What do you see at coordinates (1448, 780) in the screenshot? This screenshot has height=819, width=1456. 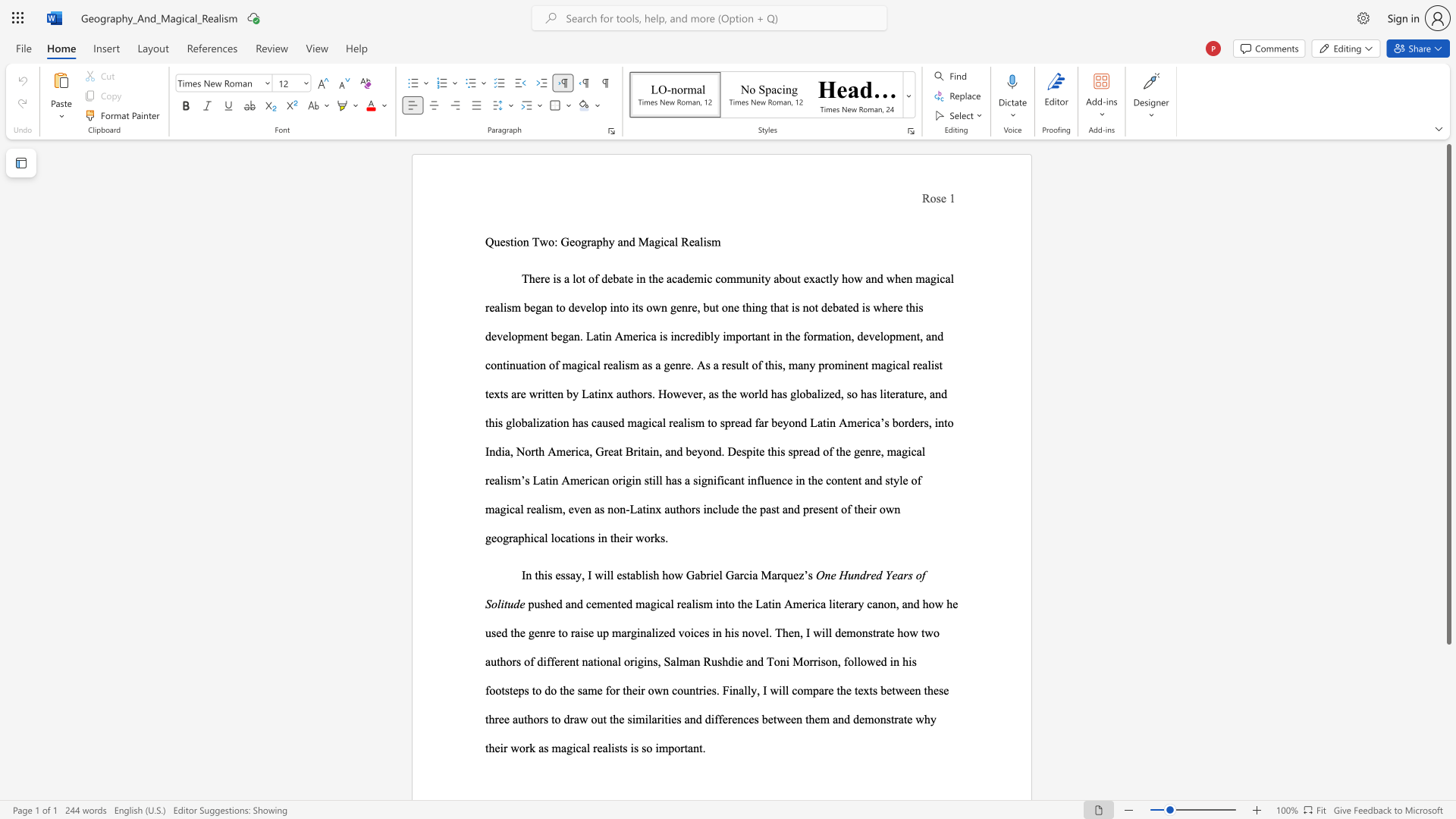 I see `the scrollbar to slide the page down` at bounding box center [1448, 780].